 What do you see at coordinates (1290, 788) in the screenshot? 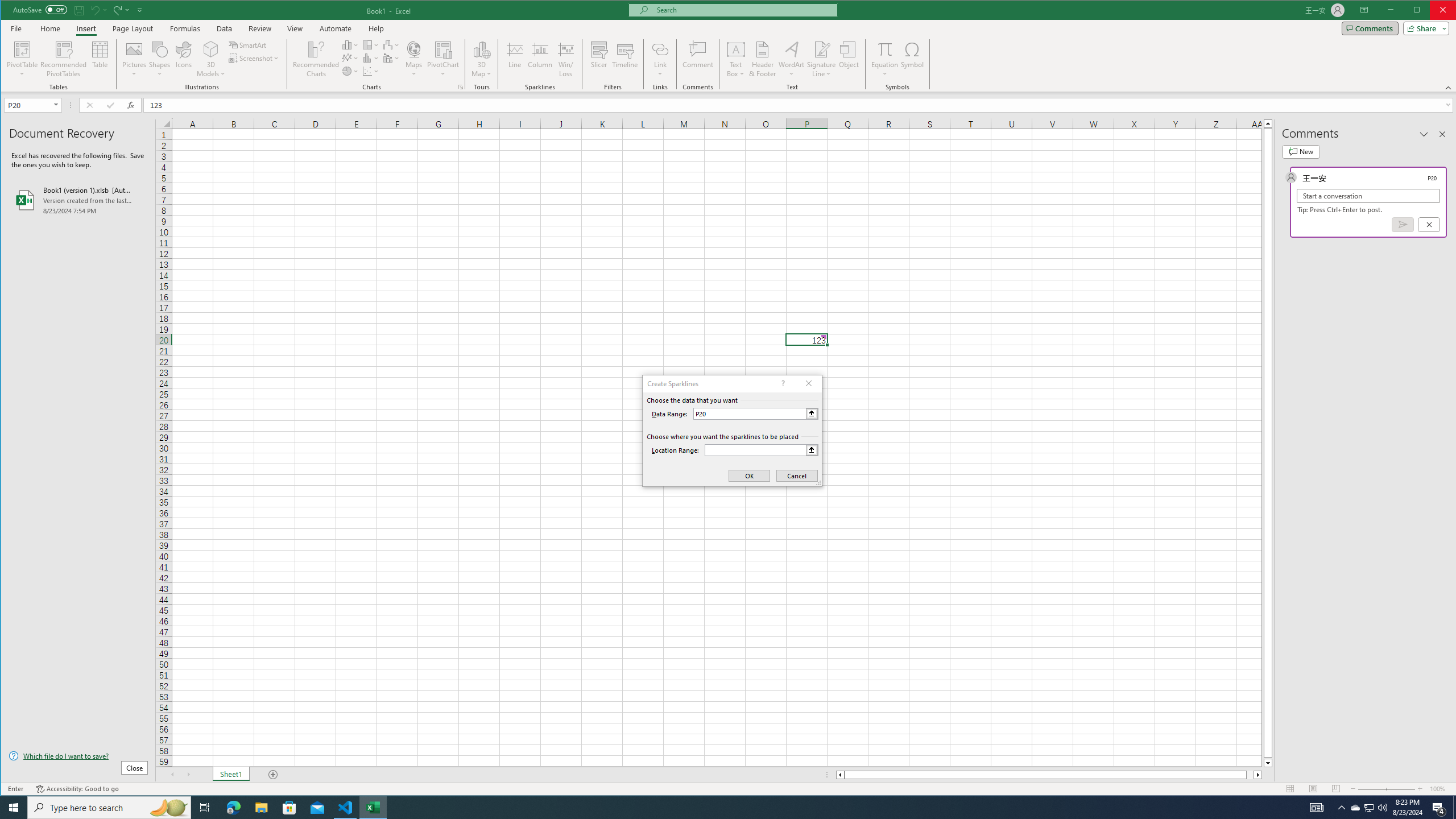
I see `'Normal'` at bounding box center [1290, 788].